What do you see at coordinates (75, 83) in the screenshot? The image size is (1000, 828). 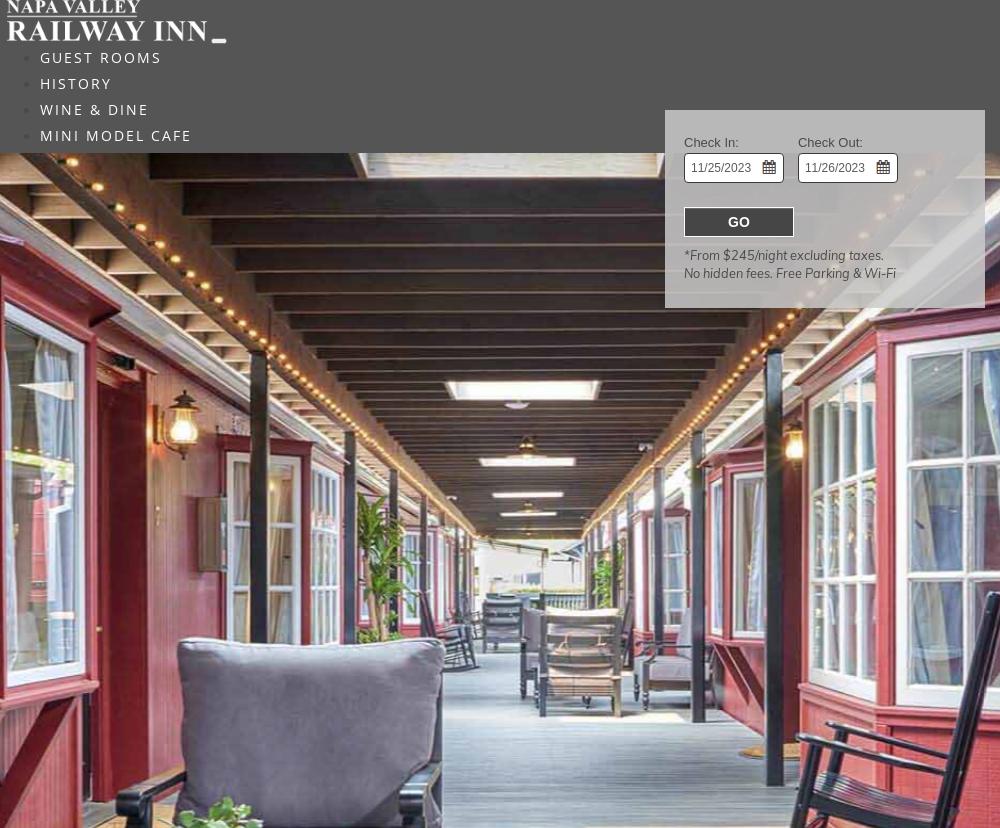 I see `'HISTORY'` at bounding box center [75, 83].